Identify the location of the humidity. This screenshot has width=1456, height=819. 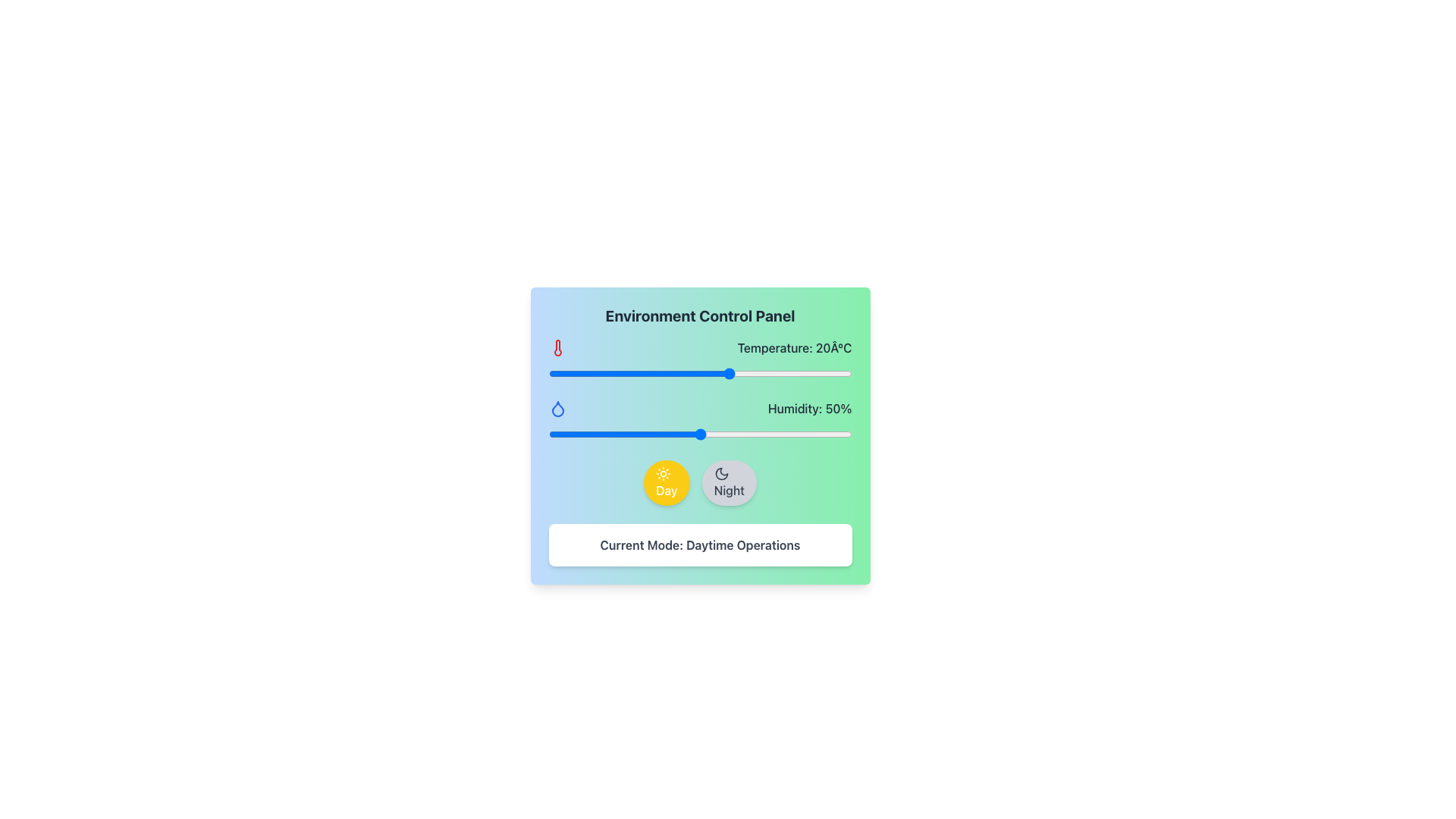
(799, 435).